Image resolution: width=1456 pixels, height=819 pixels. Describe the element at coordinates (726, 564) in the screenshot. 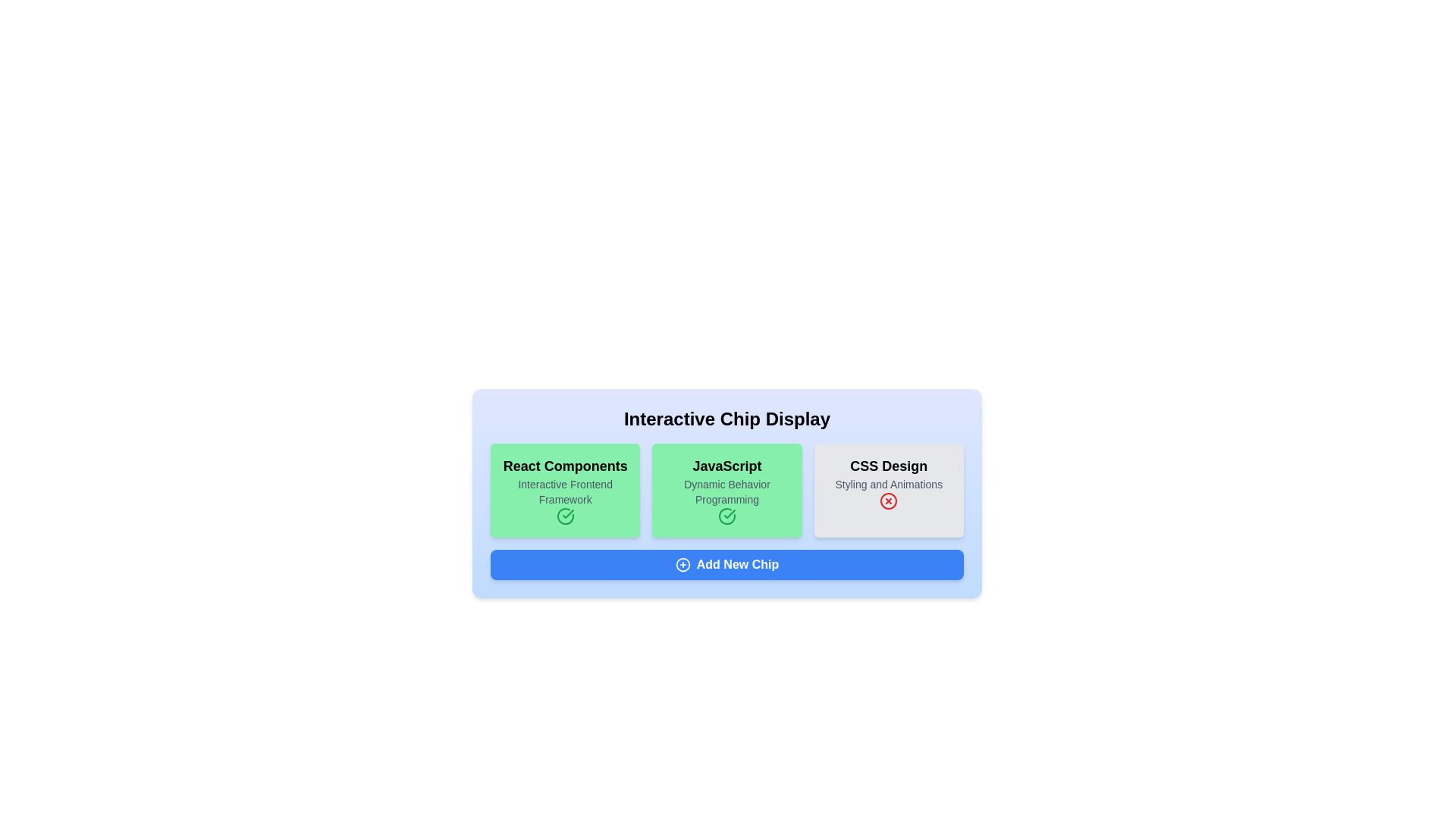

I see `the 'Add New Chip' button to add a new chip` at that location.